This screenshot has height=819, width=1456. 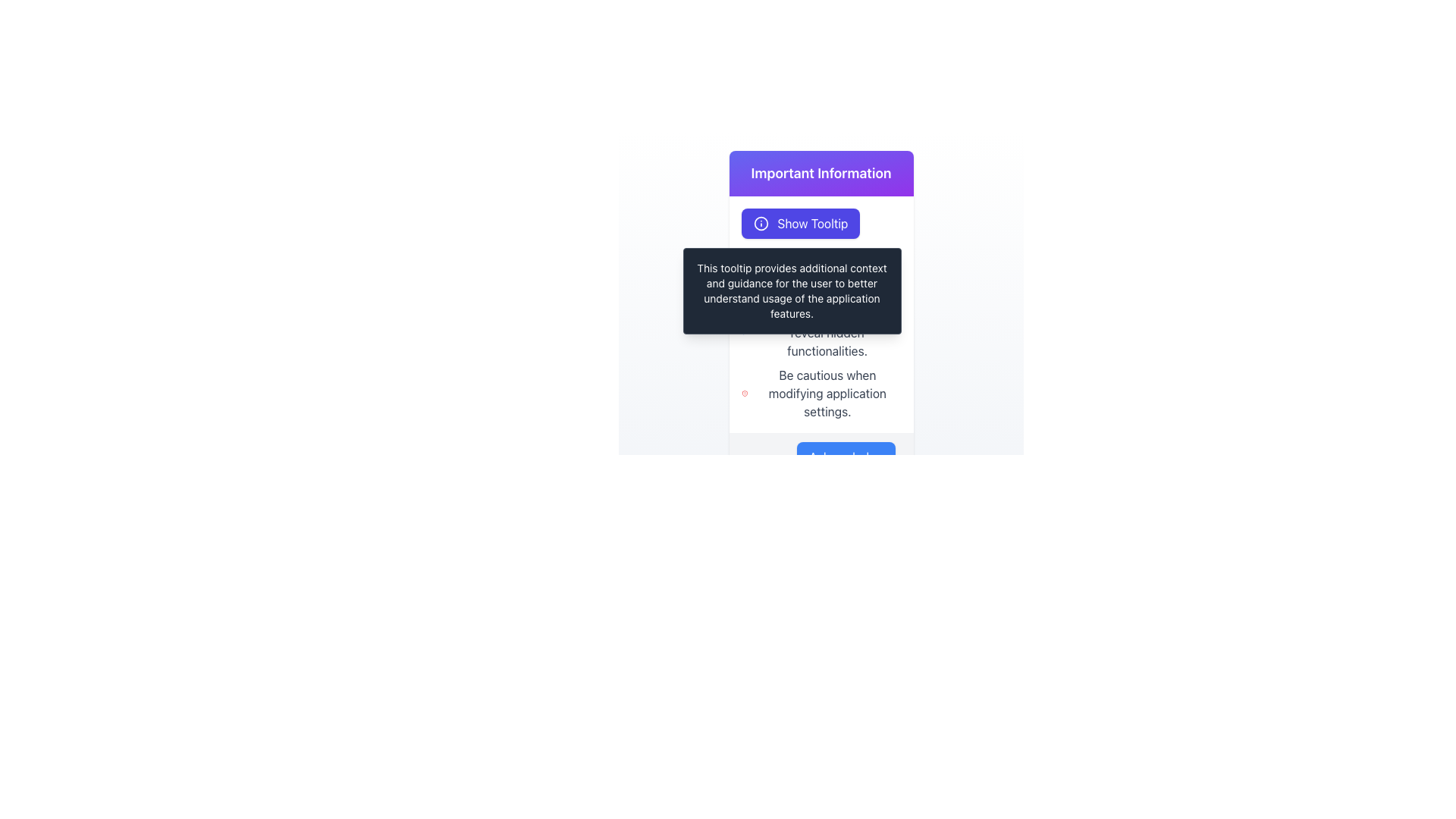 I want to click on the Circle SVG element situated within the 'Show Tooltip' button, which has a blue background and is located beneath the 'Important Information' title, so click(x=761, y=223).